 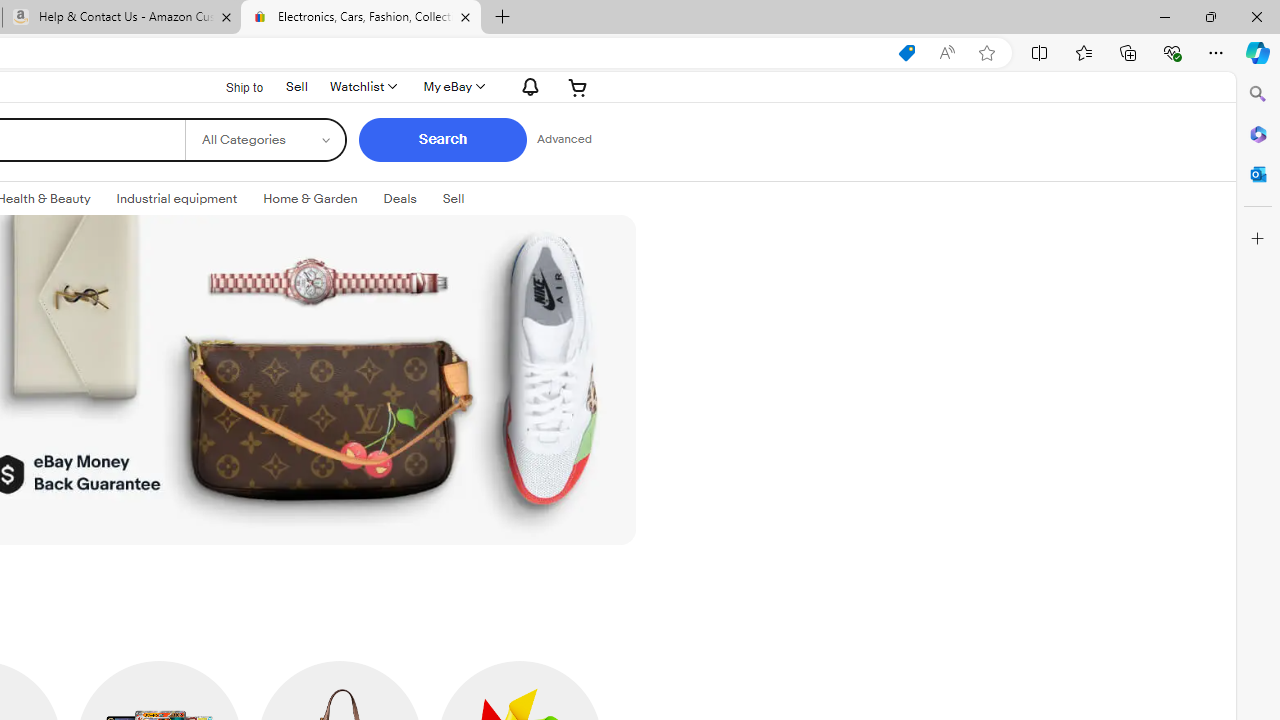 I want to click on 'Expand Cart', so click(x=577, y=85).